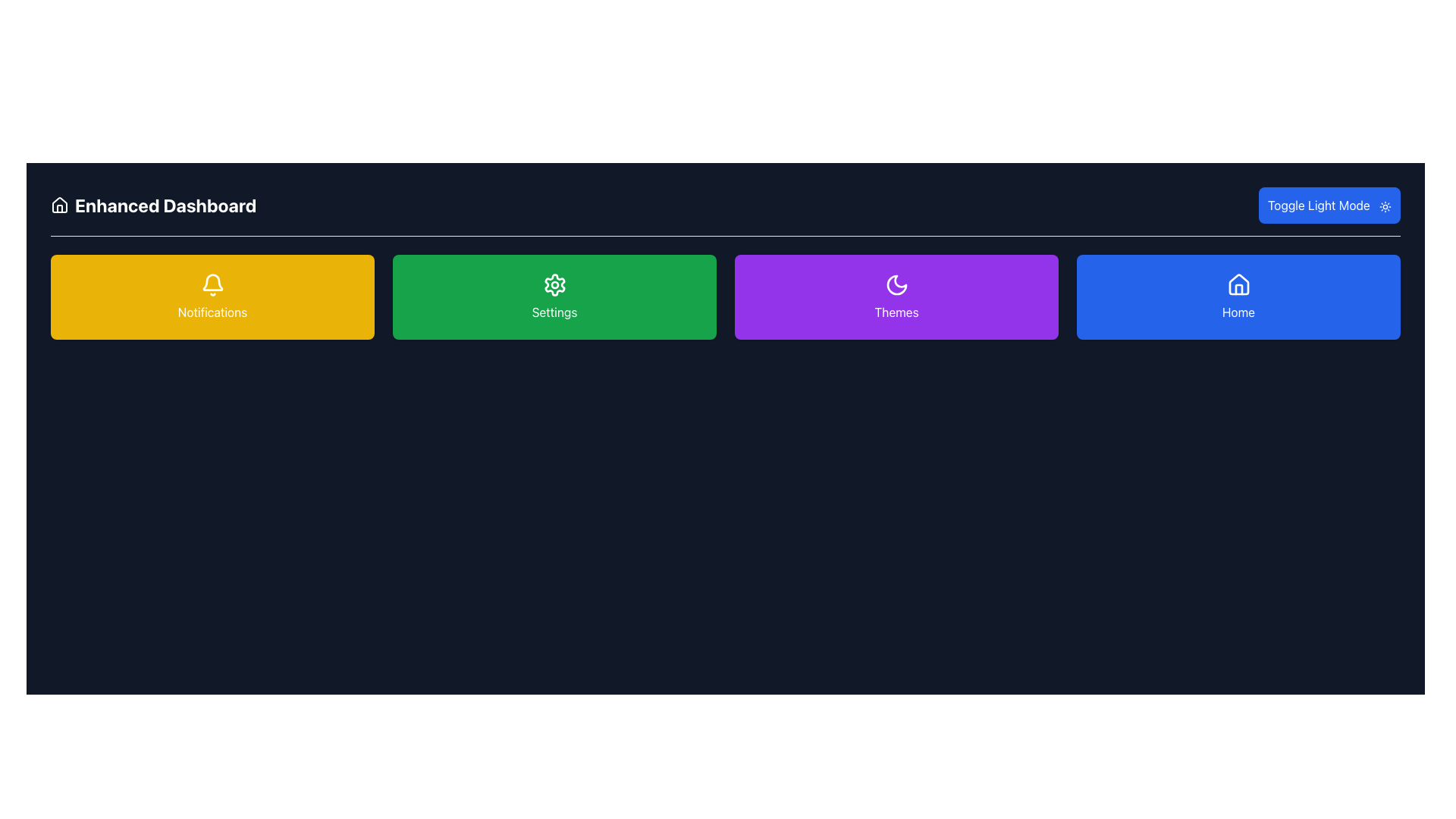 Image resolution: width=1456 pixels, height=819 pixels. What do you see at coordinates (1238, 284) in the screenshot?
I see `the 'Home' icon, which is an SVG representation styled as a house, located at the far right of the layout above the 'Home' text label` at bounding box center [1238, 284].